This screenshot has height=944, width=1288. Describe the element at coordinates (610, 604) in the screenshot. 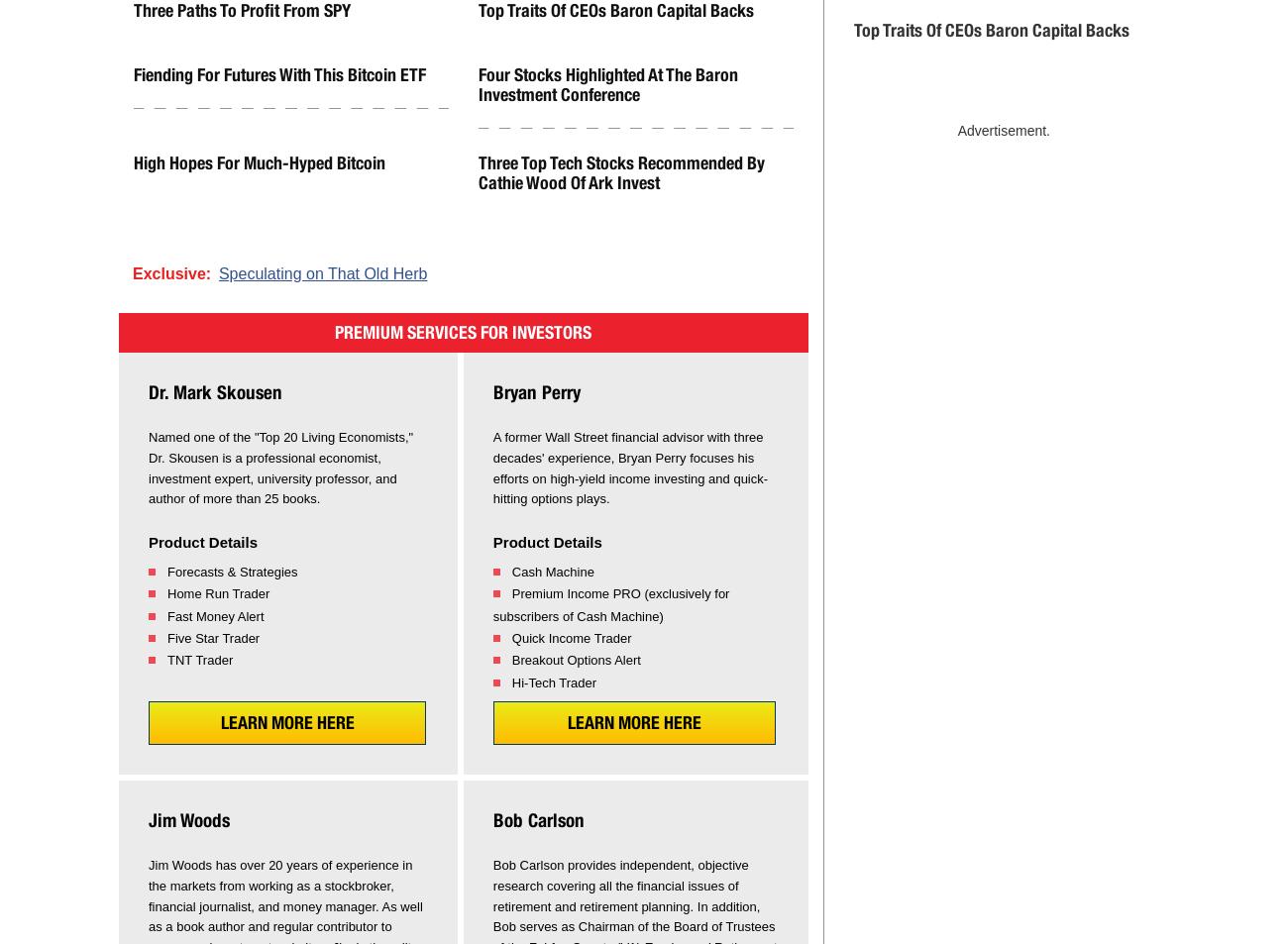

I see `'Premium Income PRO (exclusively for subscribers of Cash Machine)'` at that location.